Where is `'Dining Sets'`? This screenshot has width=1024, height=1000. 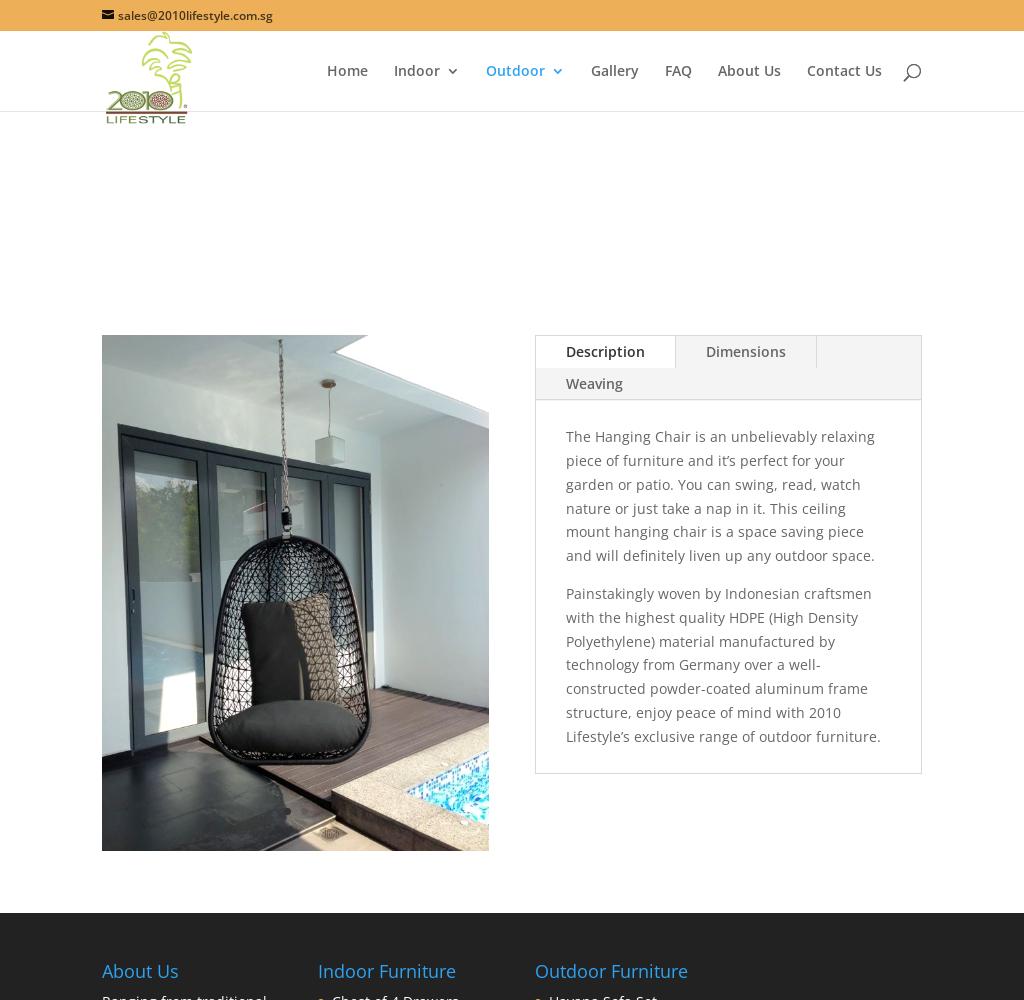 'Dining Sets' is located at coordinates (569, 157).